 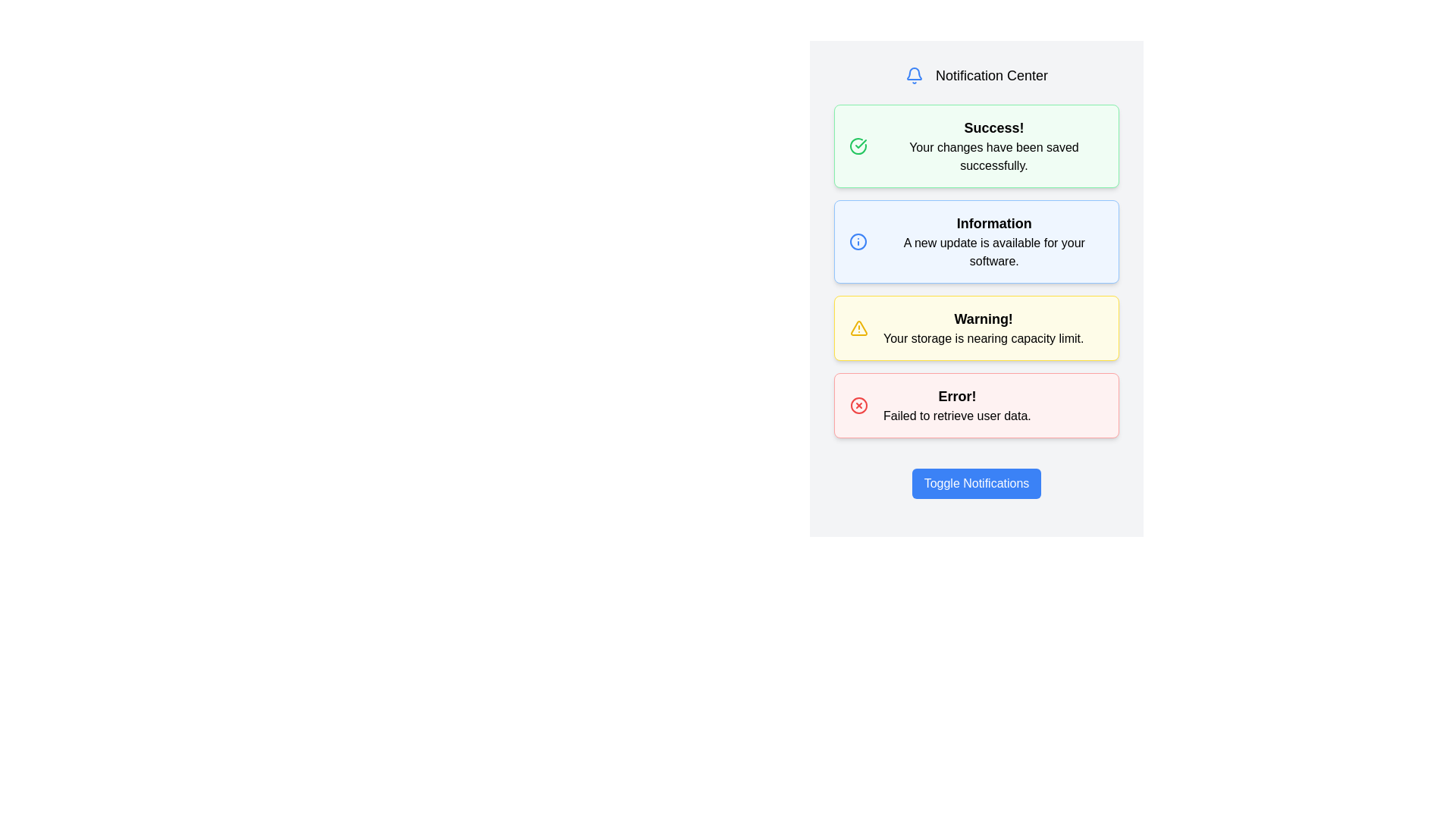 What do you see at coordinates (858, 405) in the screenshot?
I see `the red circular icon with a white background and a red 'X' symbol, which is located to the left of the error message 'Error! Failed to retrieve user data.' in the fourth red notification box` at bounding box center [858, 405].